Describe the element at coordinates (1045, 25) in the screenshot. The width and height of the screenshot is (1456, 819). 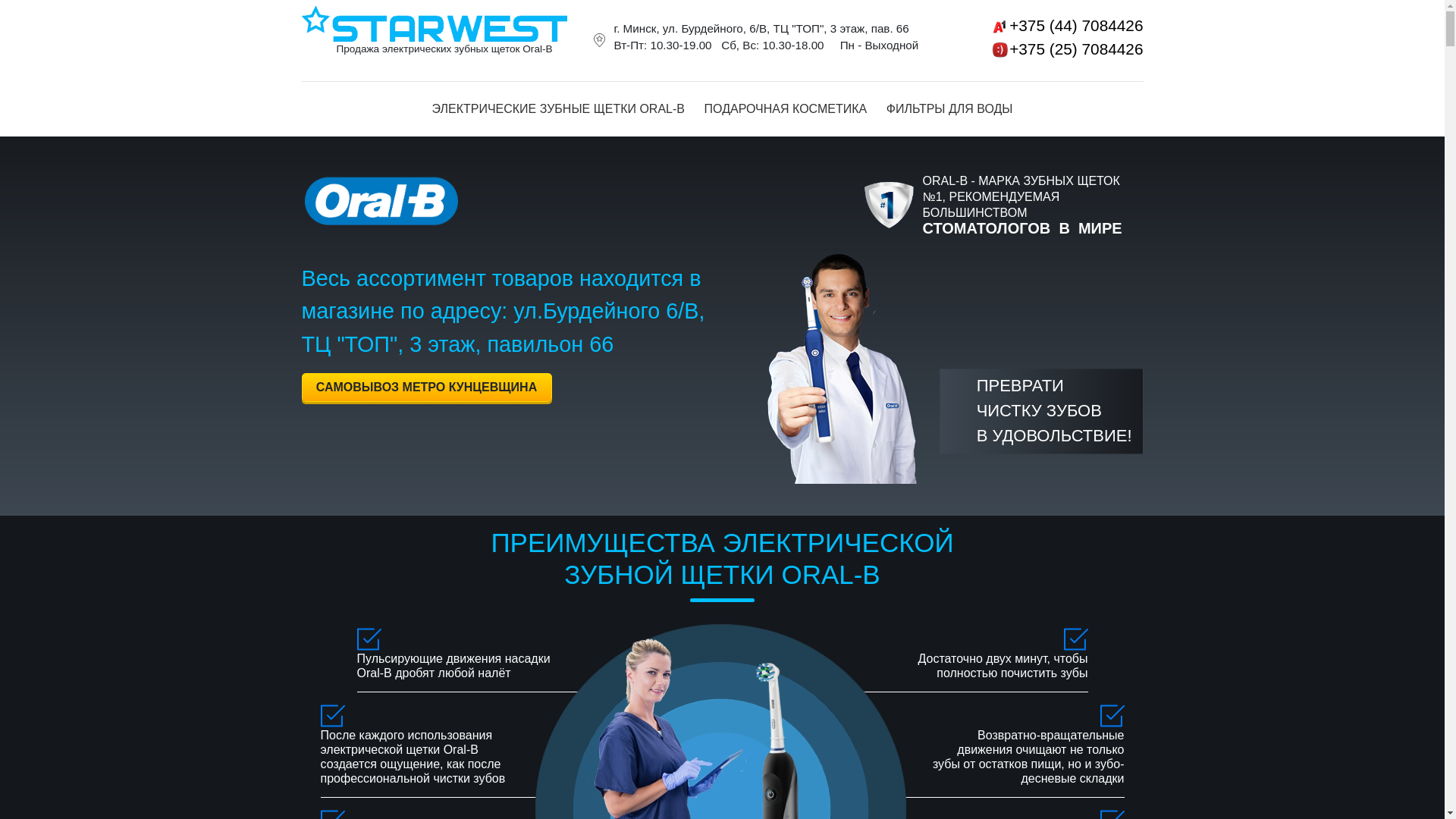
I see `'+375 (44) 7084426'` at that location.